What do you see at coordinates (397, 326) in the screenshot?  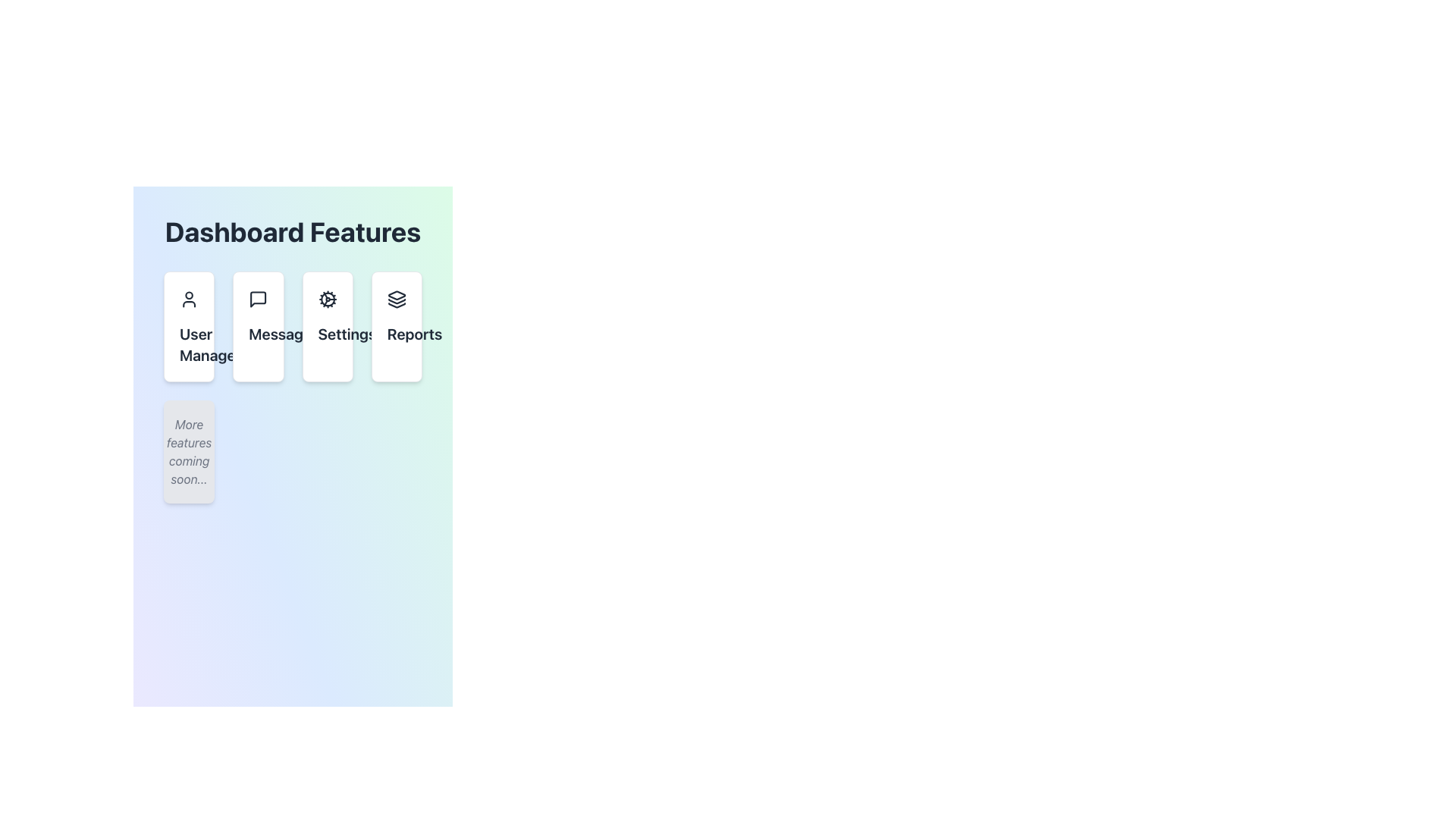 I see `the 'Reports' button, which is a rectangular button with a white background and an icon of stacked layers` at bounding box center [397, 326].